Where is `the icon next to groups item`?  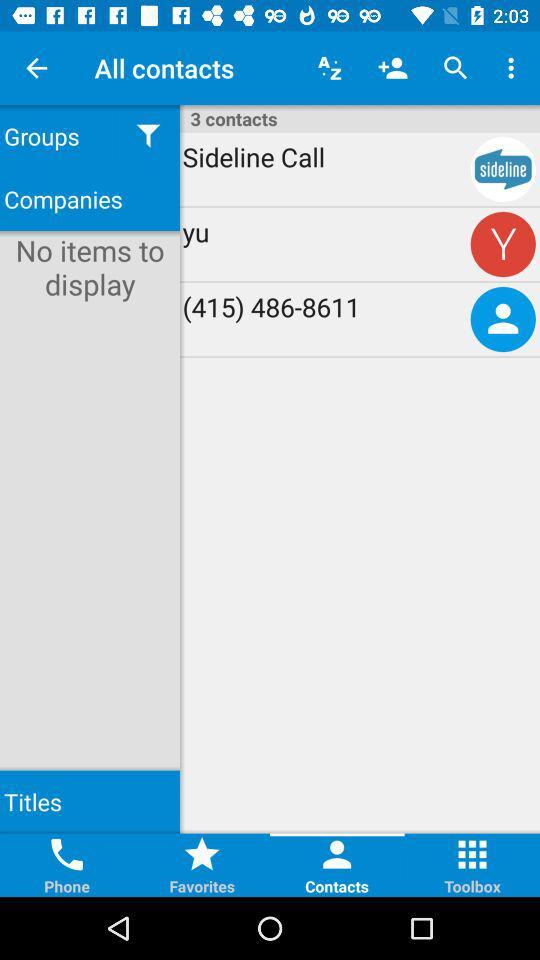 the icon next to groups item is located at coordinates (147, 135).